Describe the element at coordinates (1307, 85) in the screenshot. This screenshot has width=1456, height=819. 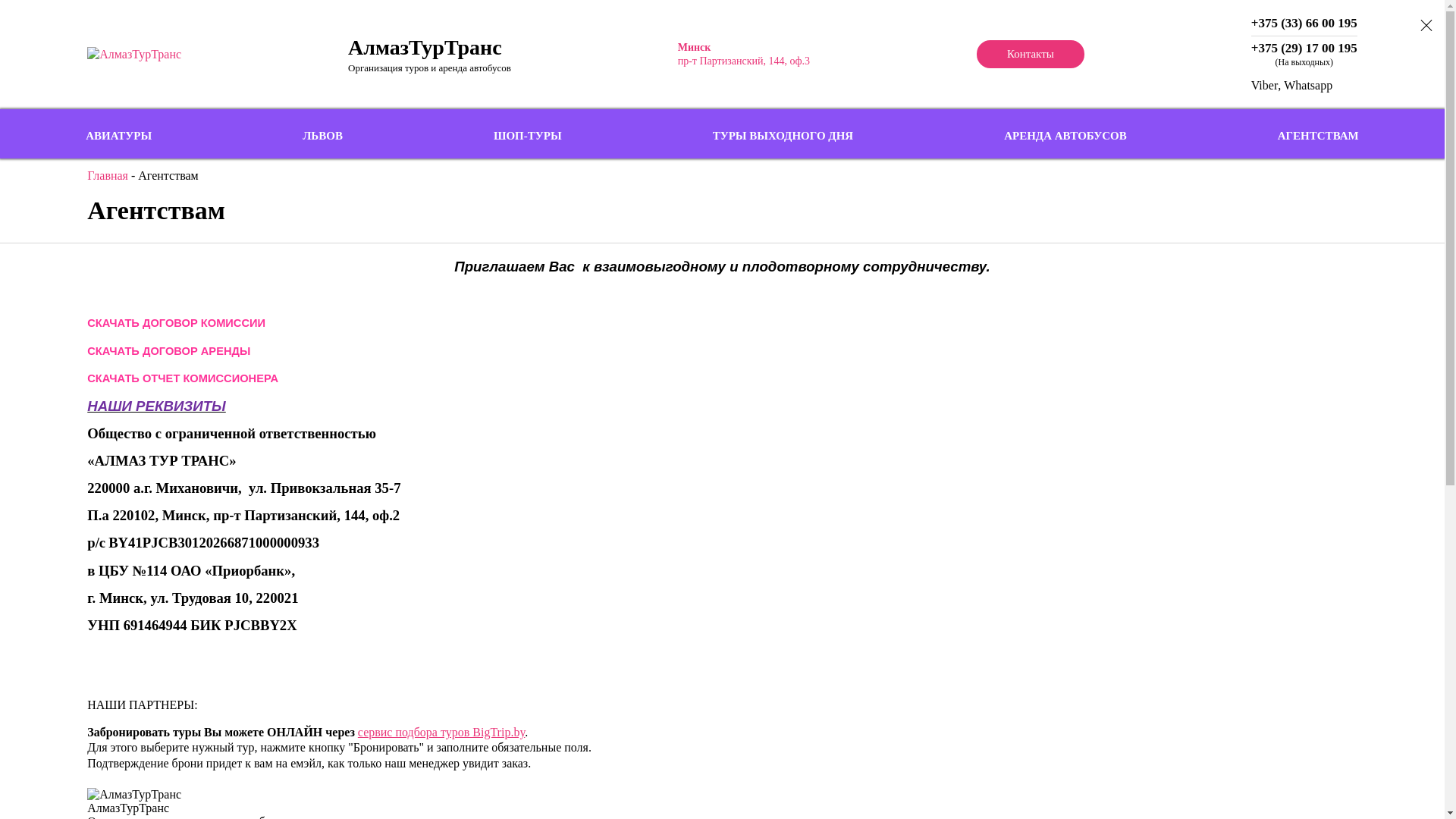
I see `'Whatsapp'` at that location.